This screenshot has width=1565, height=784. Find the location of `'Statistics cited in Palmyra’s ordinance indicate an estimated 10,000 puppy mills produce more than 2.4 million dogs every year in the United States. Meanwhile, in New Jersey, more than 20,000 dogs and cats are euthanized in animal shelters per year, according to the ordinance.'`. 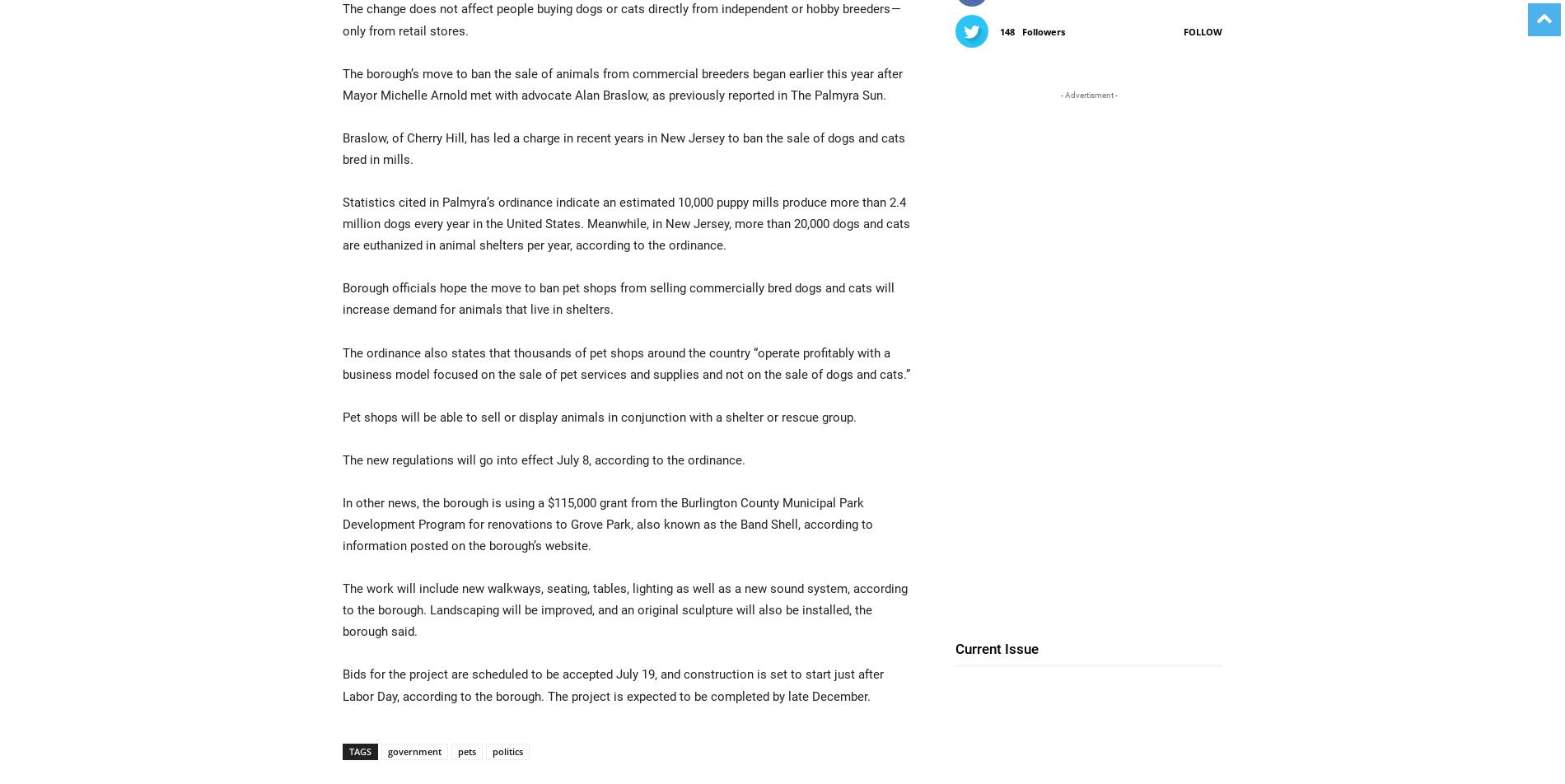

'Statistics cited in Palmyra’s ordinance indicate an estimated 10,000 puppy mills produce more than 2.4 million dogs every year in the United States. Meanwhile, in New Jersey, more than 20,000 dogs and cats are euthanized in animal shelters per year, according to the ordinance.' is located at coordinates (625, 223).